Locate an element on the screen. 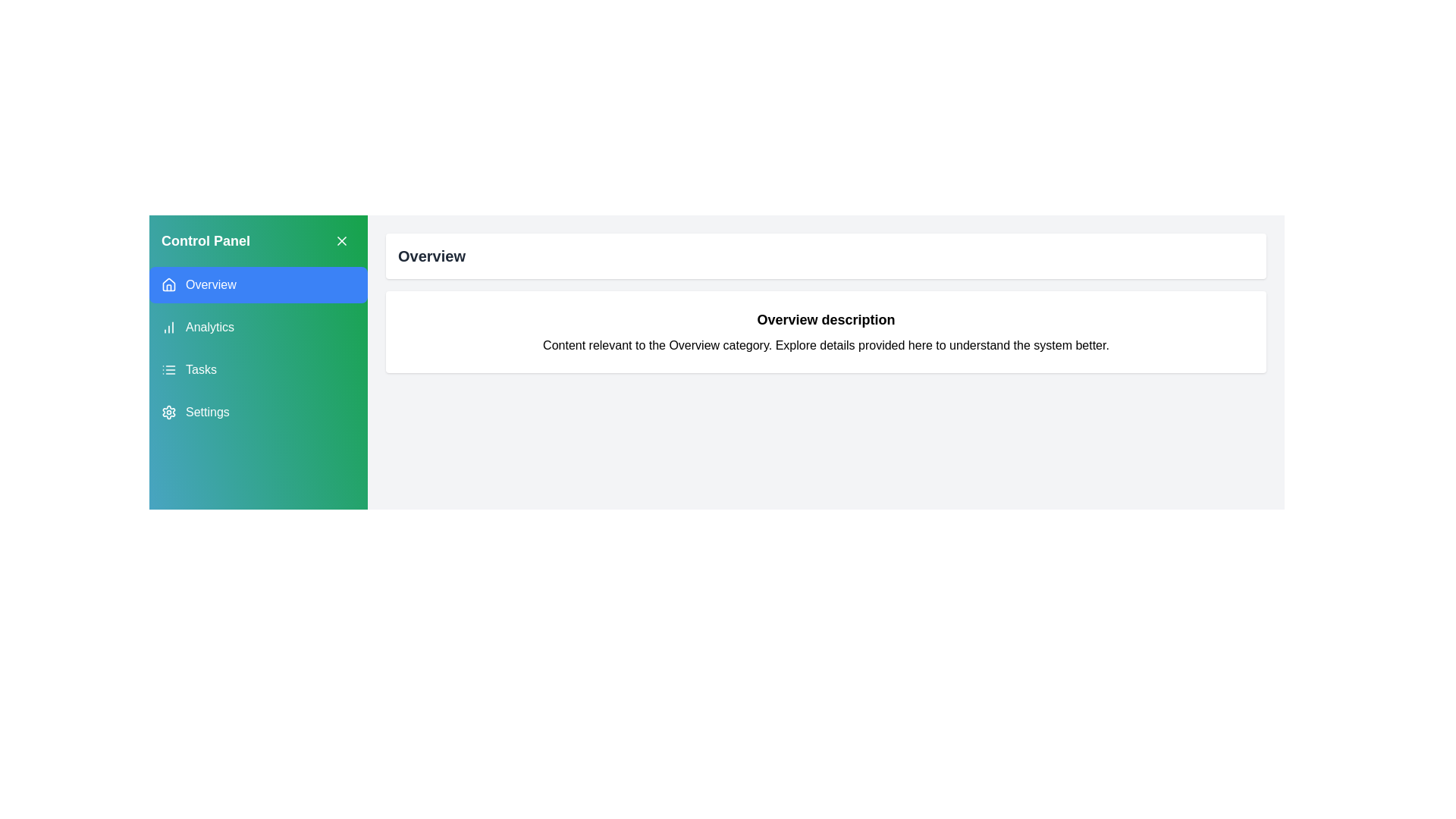 Image resolution: width=1456 pixels, height=819 pixels. the category Settings in the drawer menu is located at coordinates (258, 412).